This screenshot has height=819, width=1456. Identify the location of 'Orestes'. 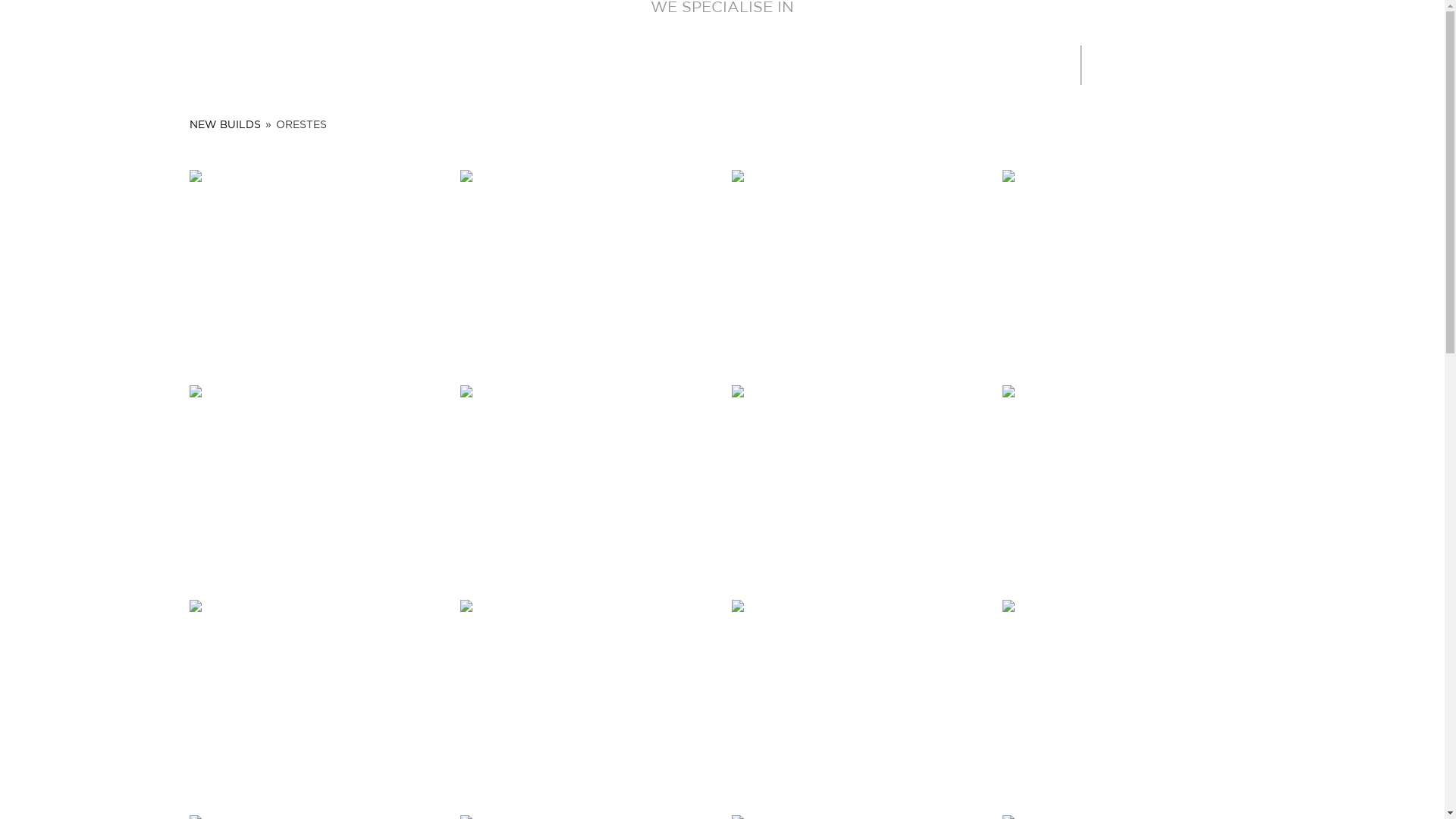
(459, 267).